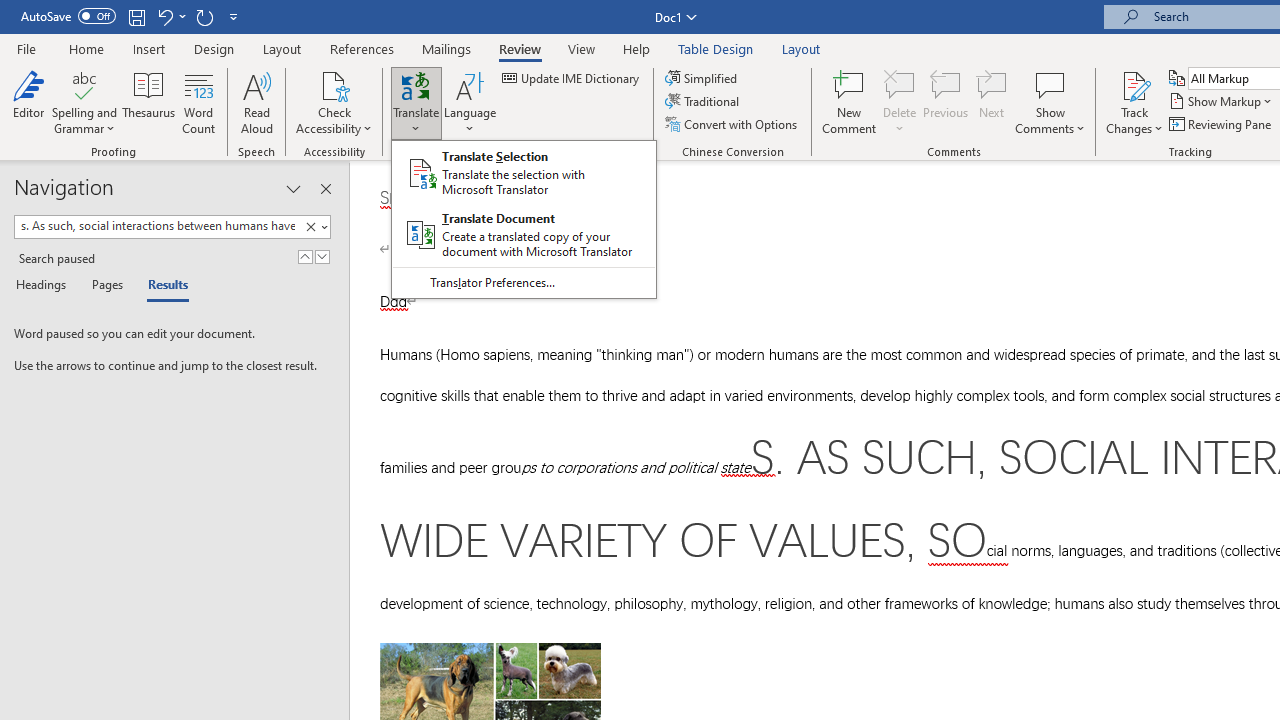 Image resolution: width=1280 pixels, height=720 pixels. I want to click on 'Check Accessibility', so click(334, 84).